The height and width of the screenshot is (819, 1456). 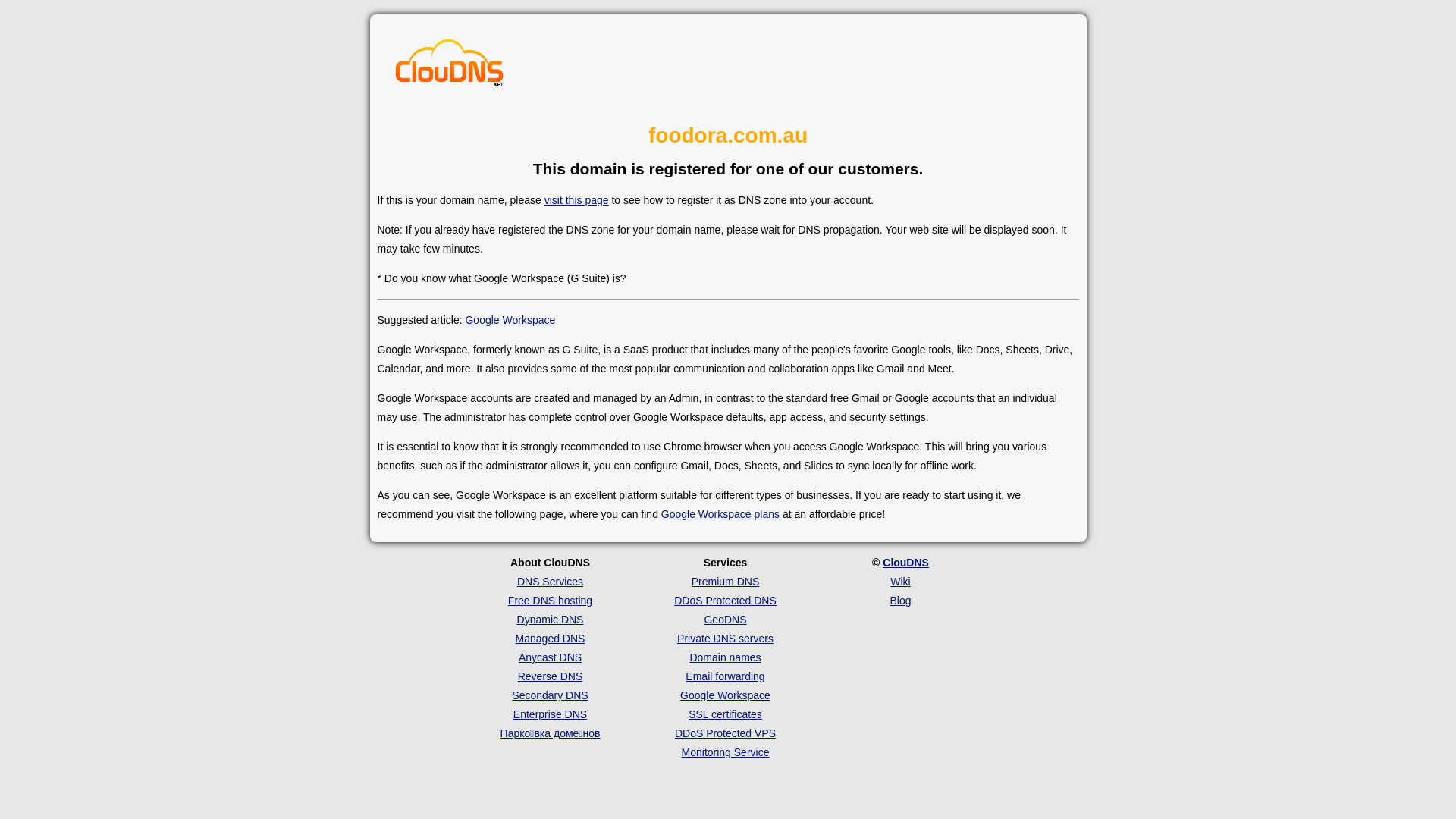 What do you see at coordinates (449, 66) in the screenshot?
I see `'Cloud DNS'` at bounding box center [449, 66].